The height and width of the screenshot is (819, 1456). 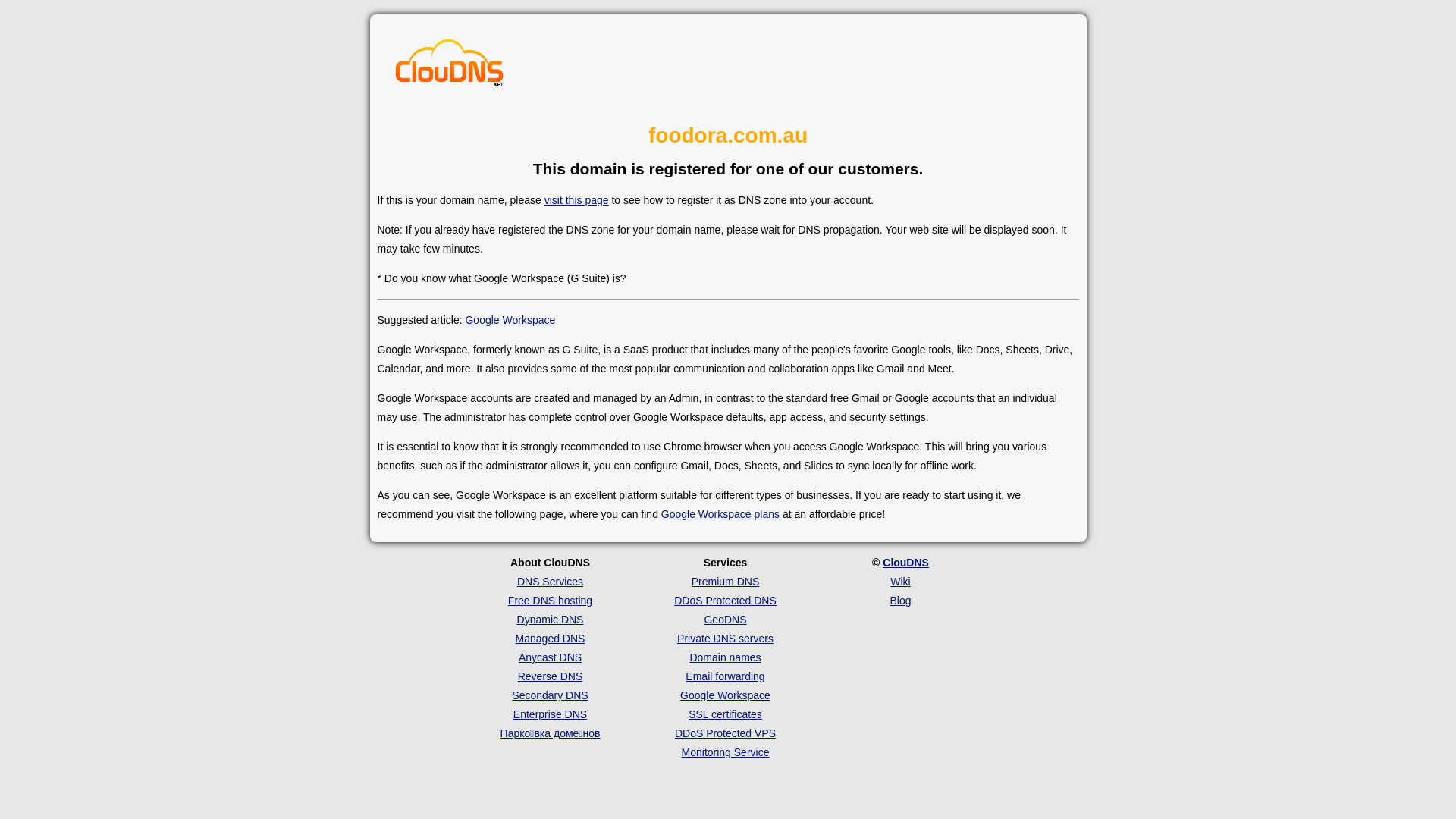 What do you see at coordinates (449, 66) in the screenshot?
I see `'Cloud DNS'` at bounding box center [449, 66].